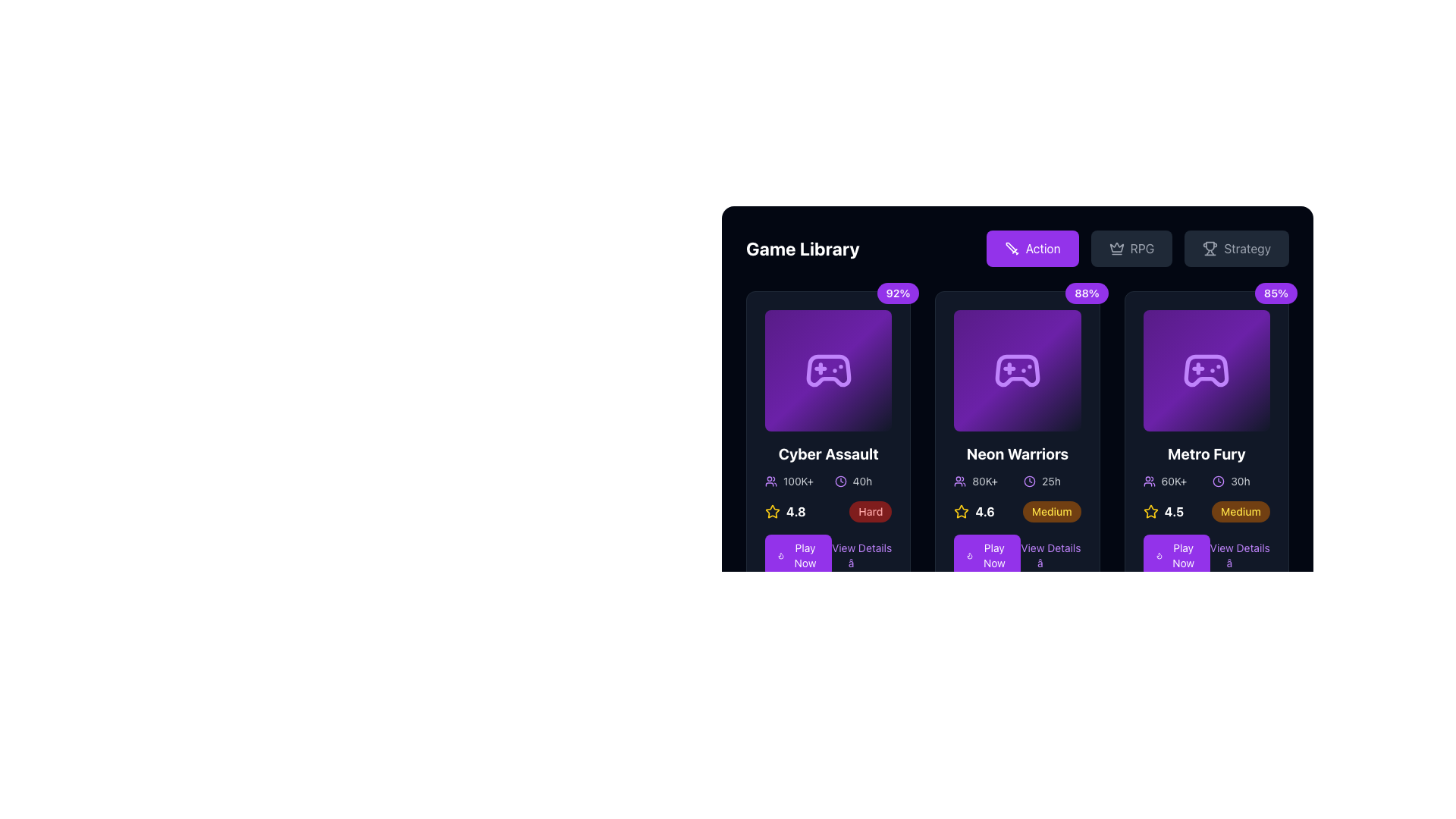 This screenshot has height=819, width=1456. Describe the element at coordinates (1018, 371) in the screenshot. I see `the 'Neon Warriors' interactive card located` at that location.